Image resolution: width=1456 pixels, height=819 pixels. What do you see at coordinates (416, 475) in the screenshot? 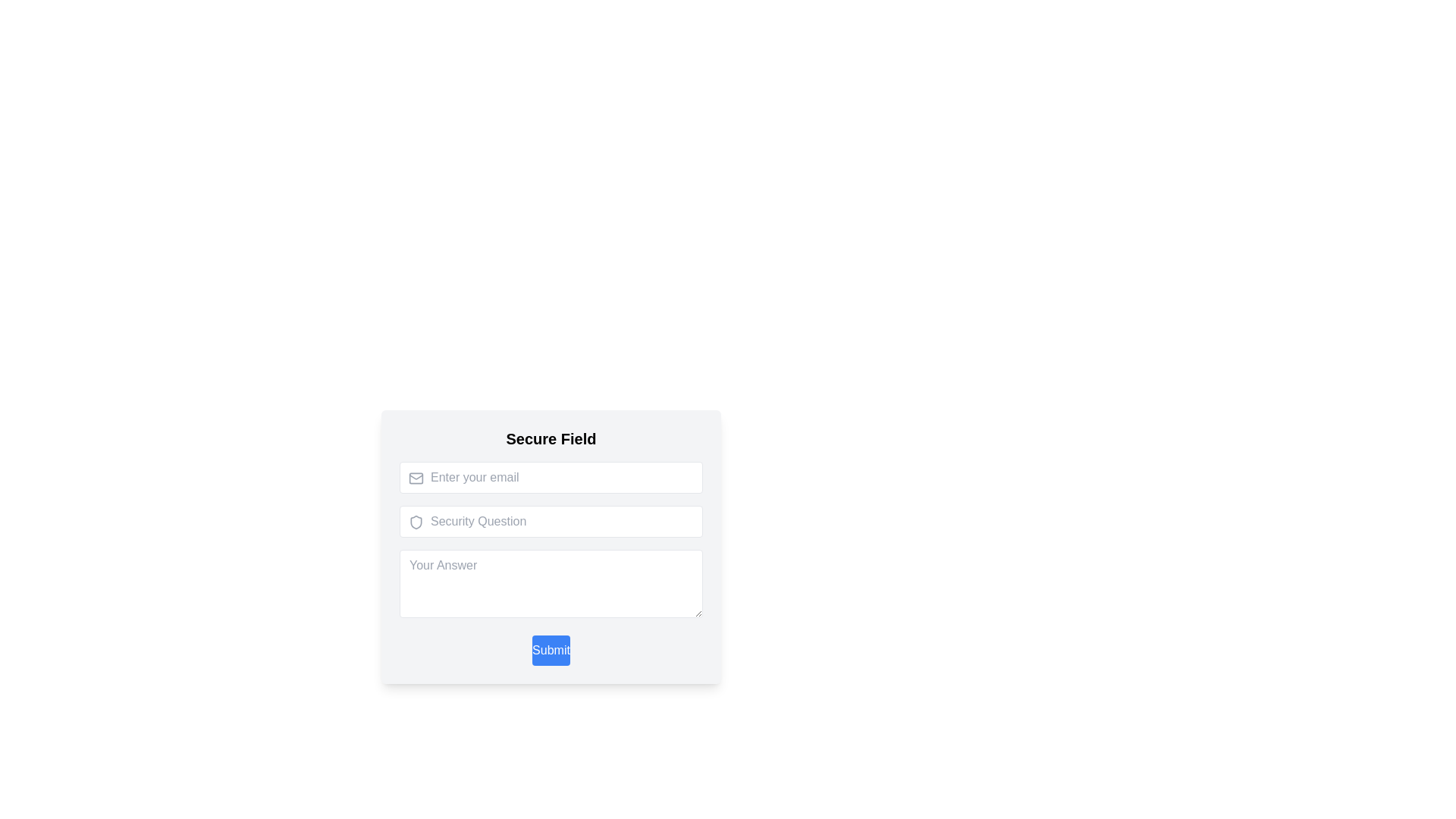
I see `the mail envelope icon located within the SVG graphics element, which is positioned to the left of the 'Enter your email' input field in the 'Secure Field' form` at bounding box center [416, 475].